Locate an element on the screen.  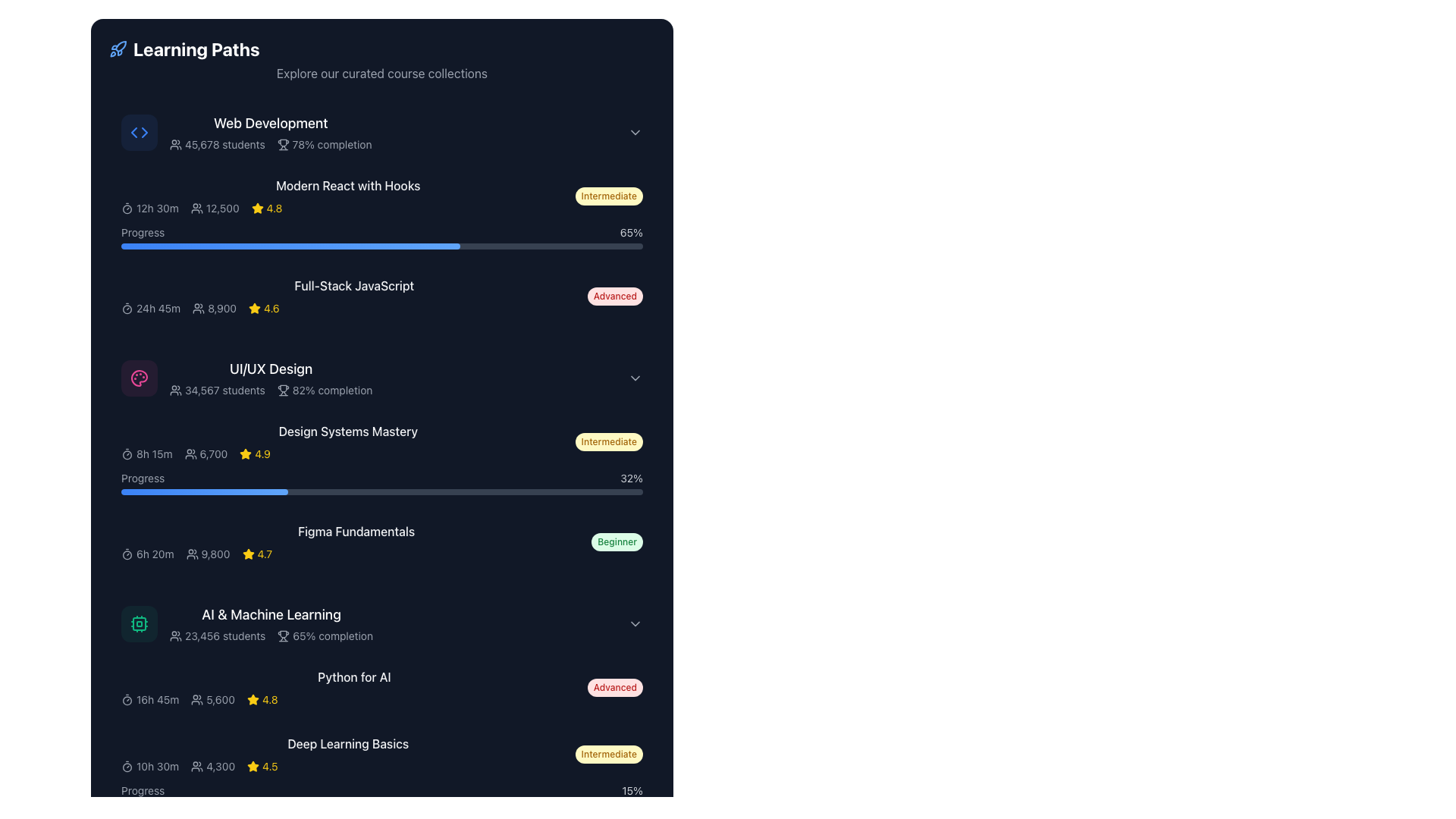
the icon representing the 'AI & Machine Learning' section, which is located to the left of the section title is located at coordinates (139, 623).